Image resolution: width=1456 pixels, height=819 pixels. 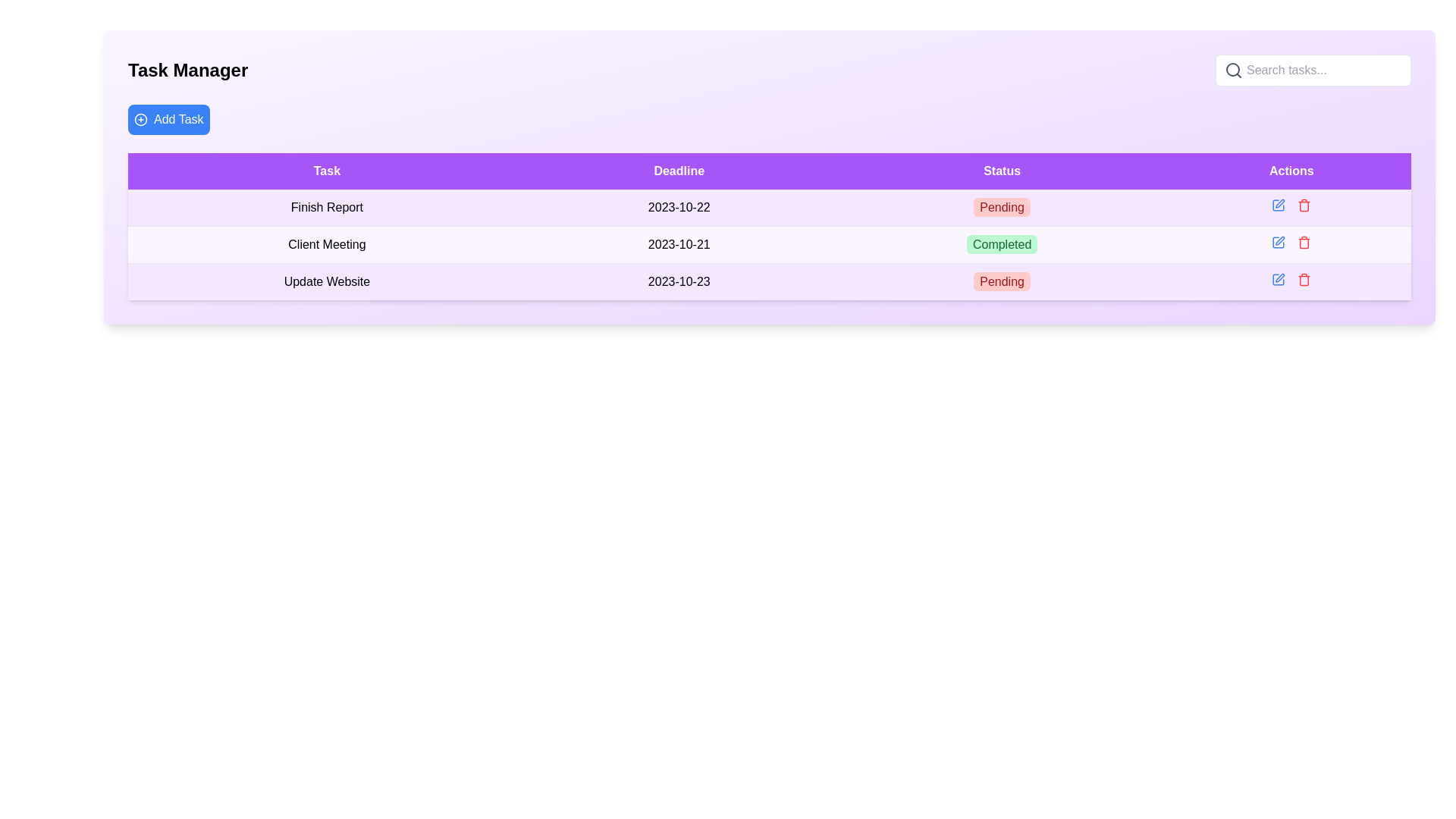 What do you see at coordinates (1278, 205) in the screenshot?
I see `the 'Edit' icon in the 'Actions' column for the task 'Finish Report' to modify the task details` at bounding box center [1278, 205].